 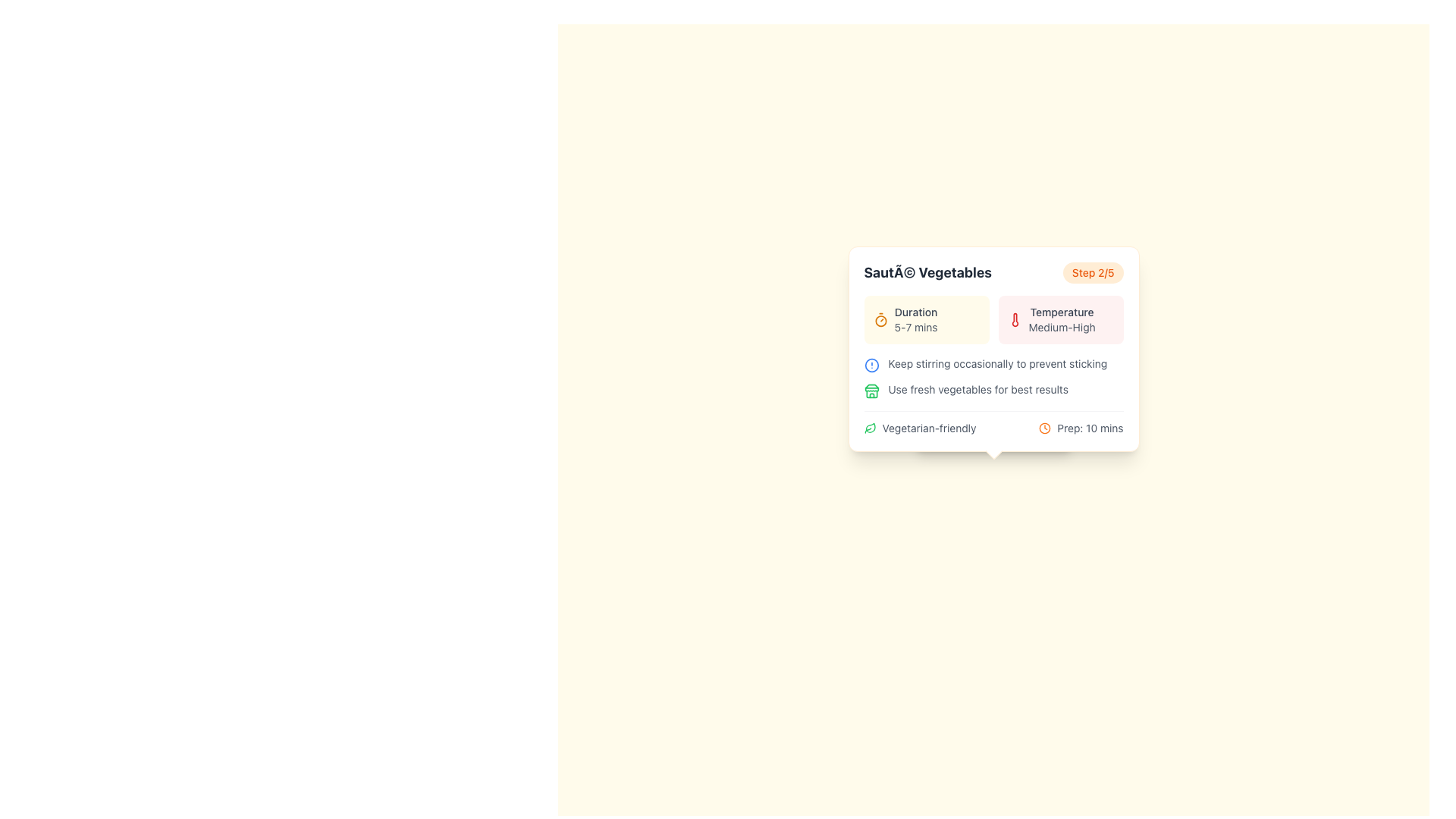 What do you see at coordinates (1044, 428) in the screenshot?
I see `the SVG circle element that is part of the clock icon, located to the left of the 'Duration' label` at bounding box center [1044, 428].